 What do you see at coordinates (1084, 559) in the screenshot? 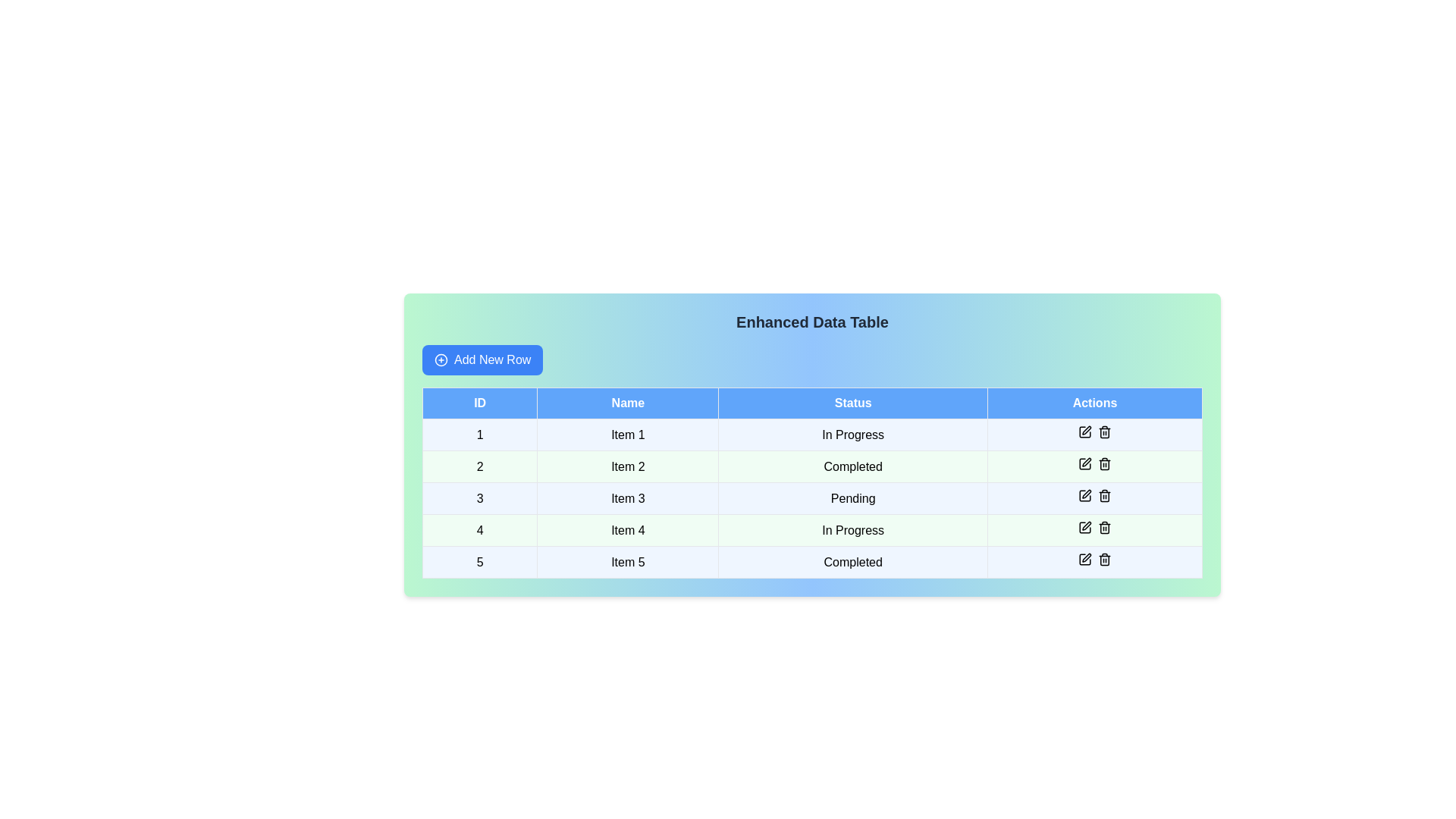
I see `the edit button featuring a monochrome pen icon located in the last row of the data table under the 'Actions' column` at bounding box center [1084, 559].